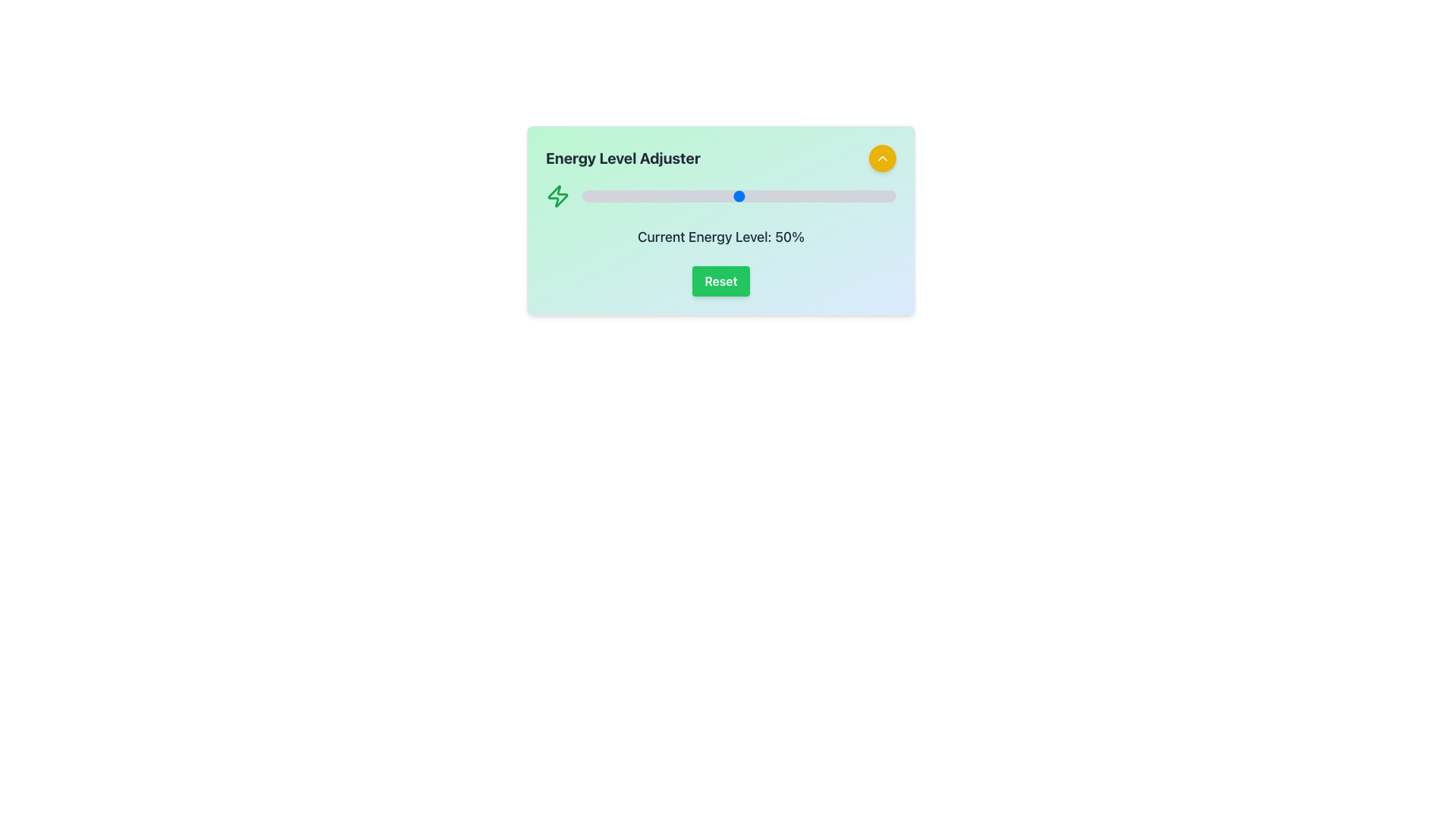  I want to click on energy level, so click(591, 195).